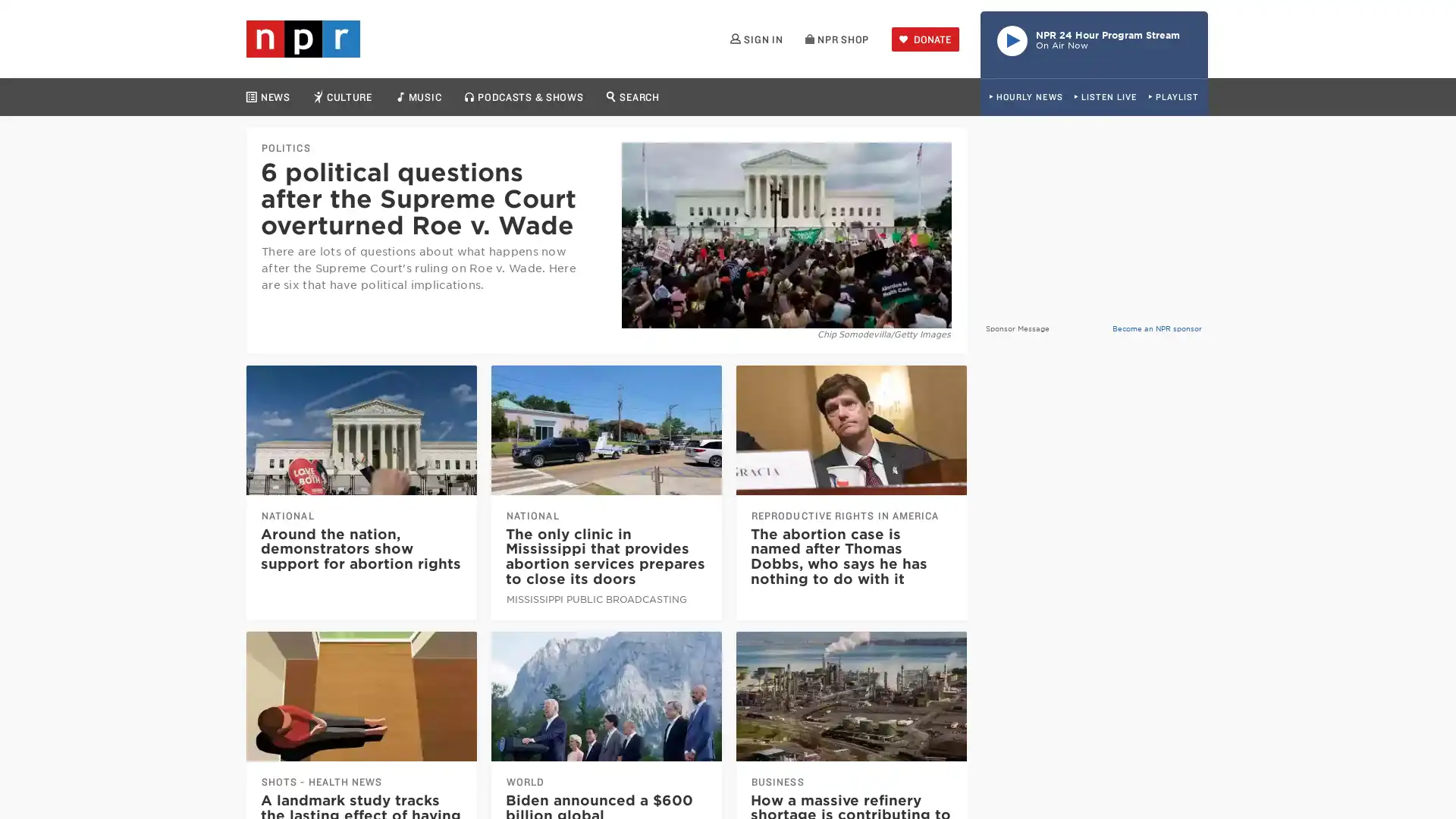 The height and width of the screenshot is (819, 1456). Describe the element at coordinates (1094, 43) in the screenshot. I see `Play Live Radio` at that location.